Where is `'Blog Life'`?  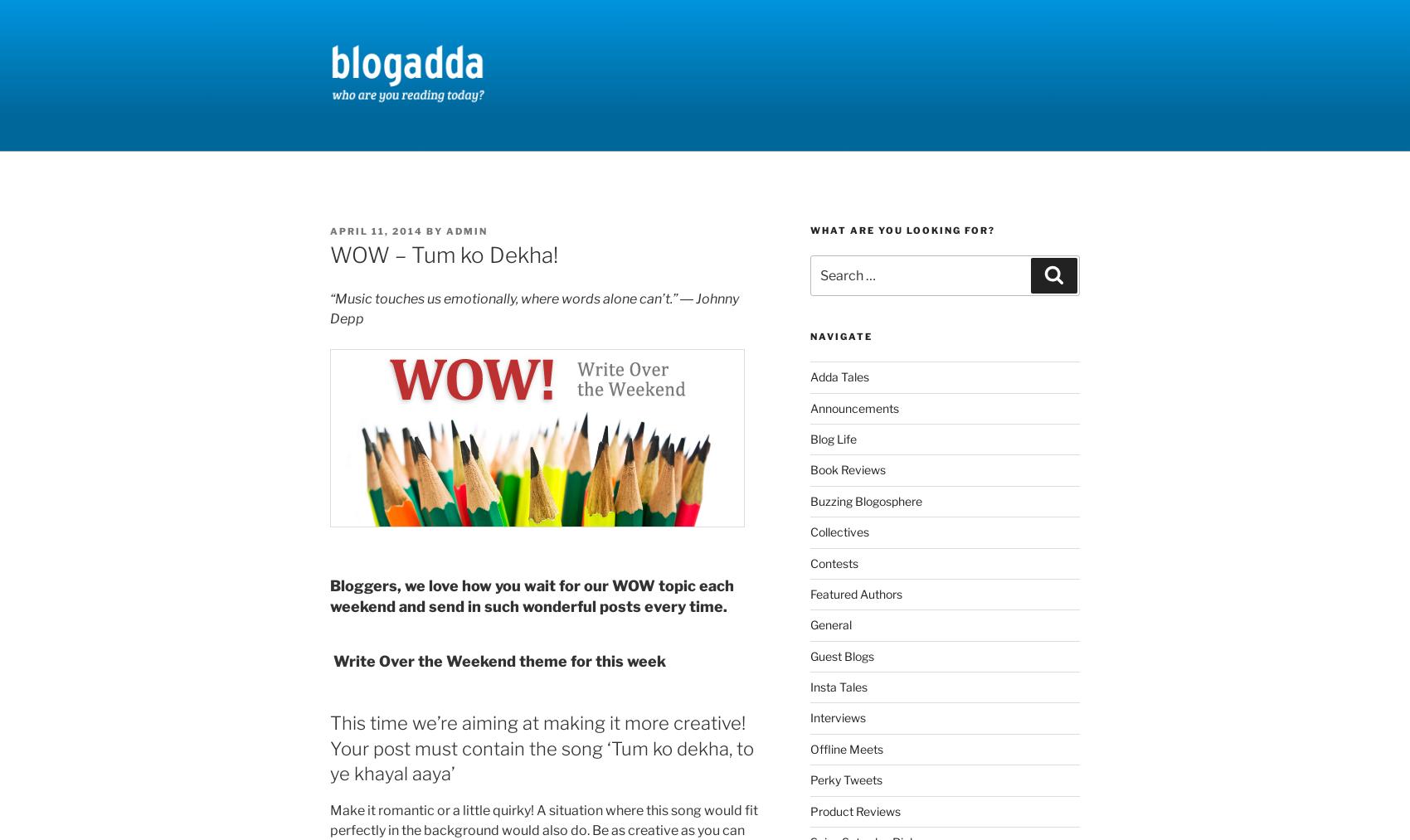 'Blog Life' is located at coordinates (832, 438).